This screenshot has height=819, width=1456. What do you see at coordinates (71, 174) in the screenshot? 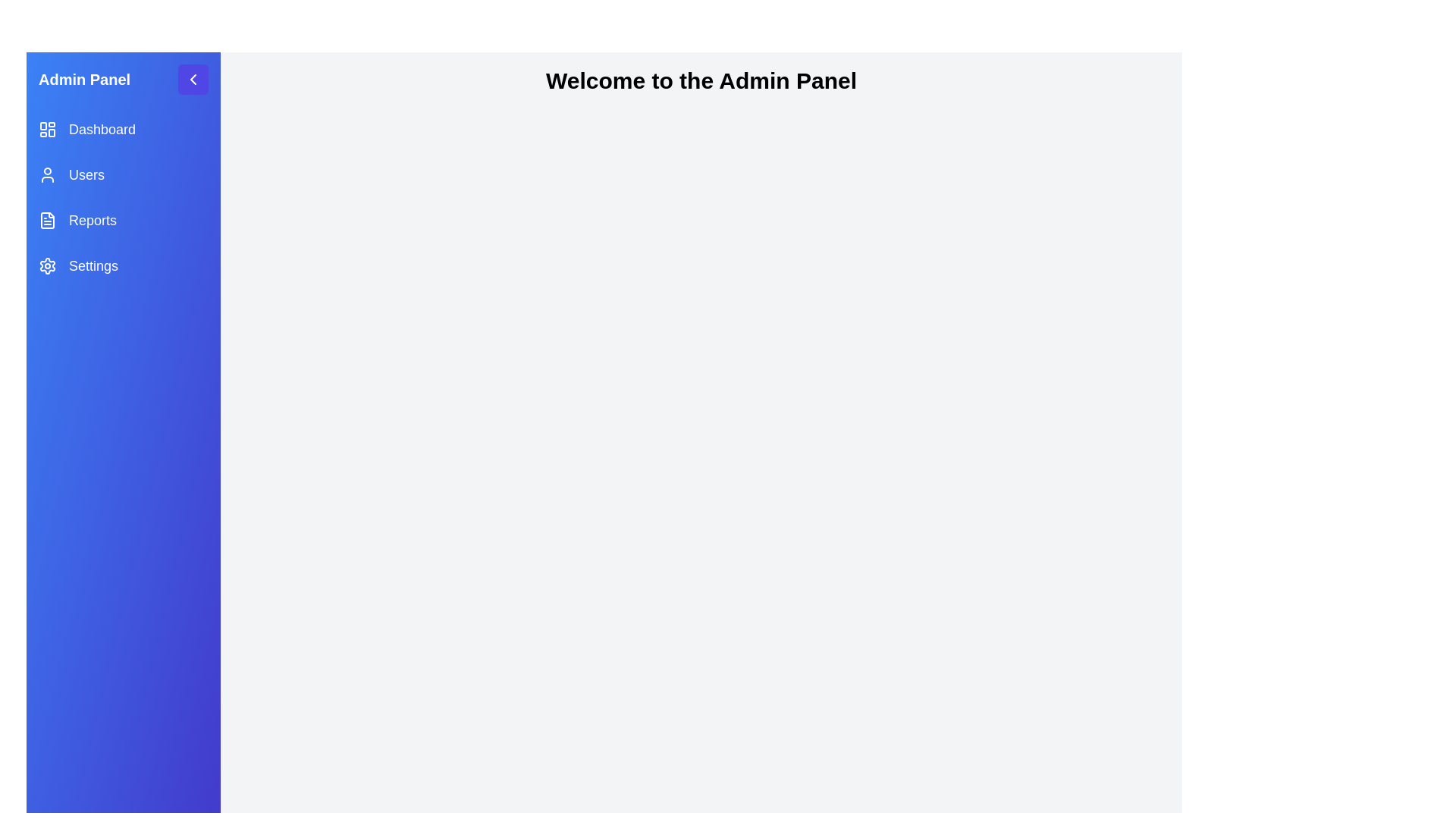
I see `the 'Users' navigation menu item in the vertical sidebar, which is the second item below 'Dashboard' and above 'Reports'` at bounding box center [71, 174].